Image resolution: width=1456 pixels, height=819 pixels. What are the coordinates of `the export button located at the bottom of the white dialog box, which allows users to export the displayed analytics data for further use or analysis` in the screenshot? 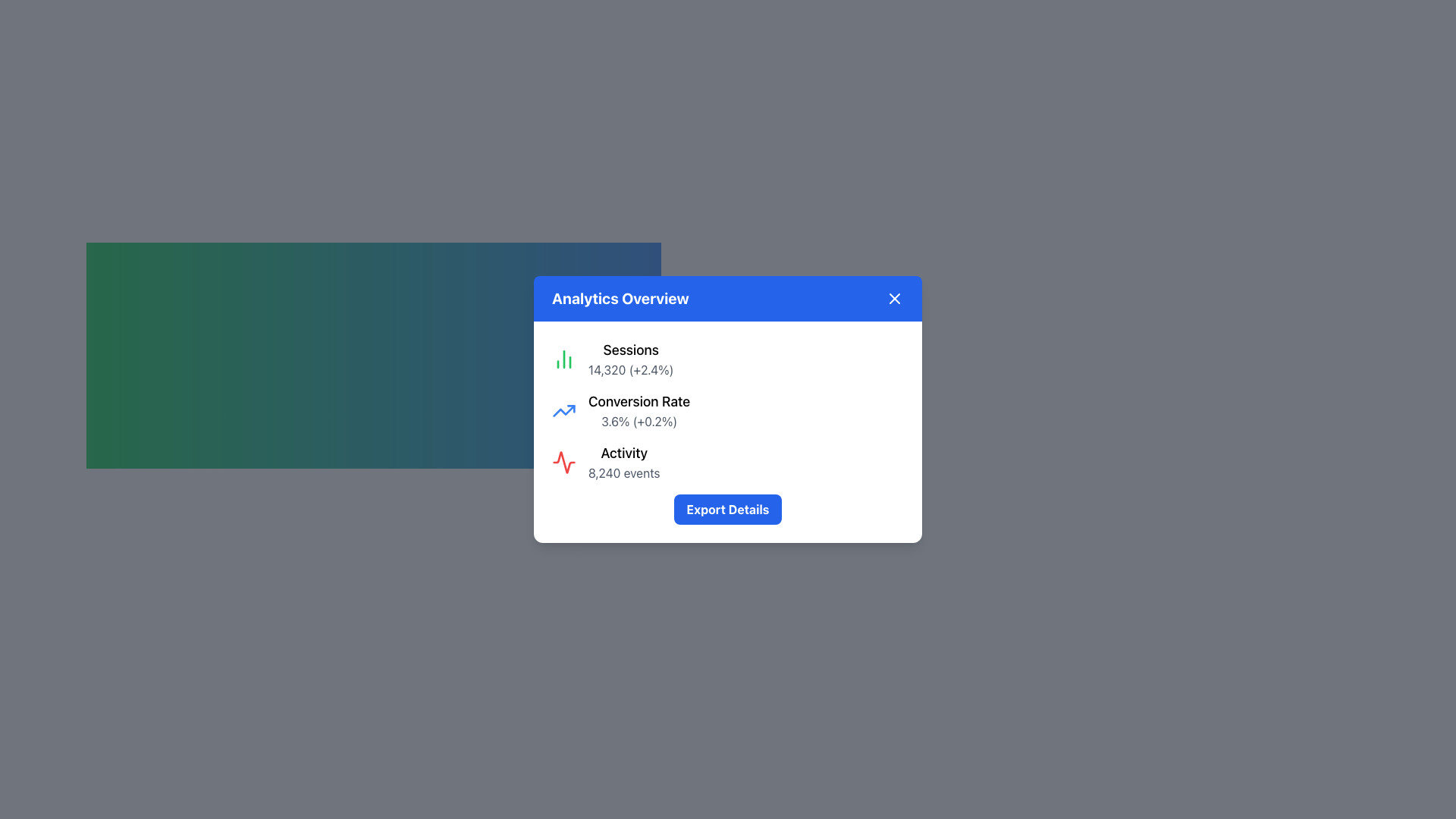 It's located at (728, 509).